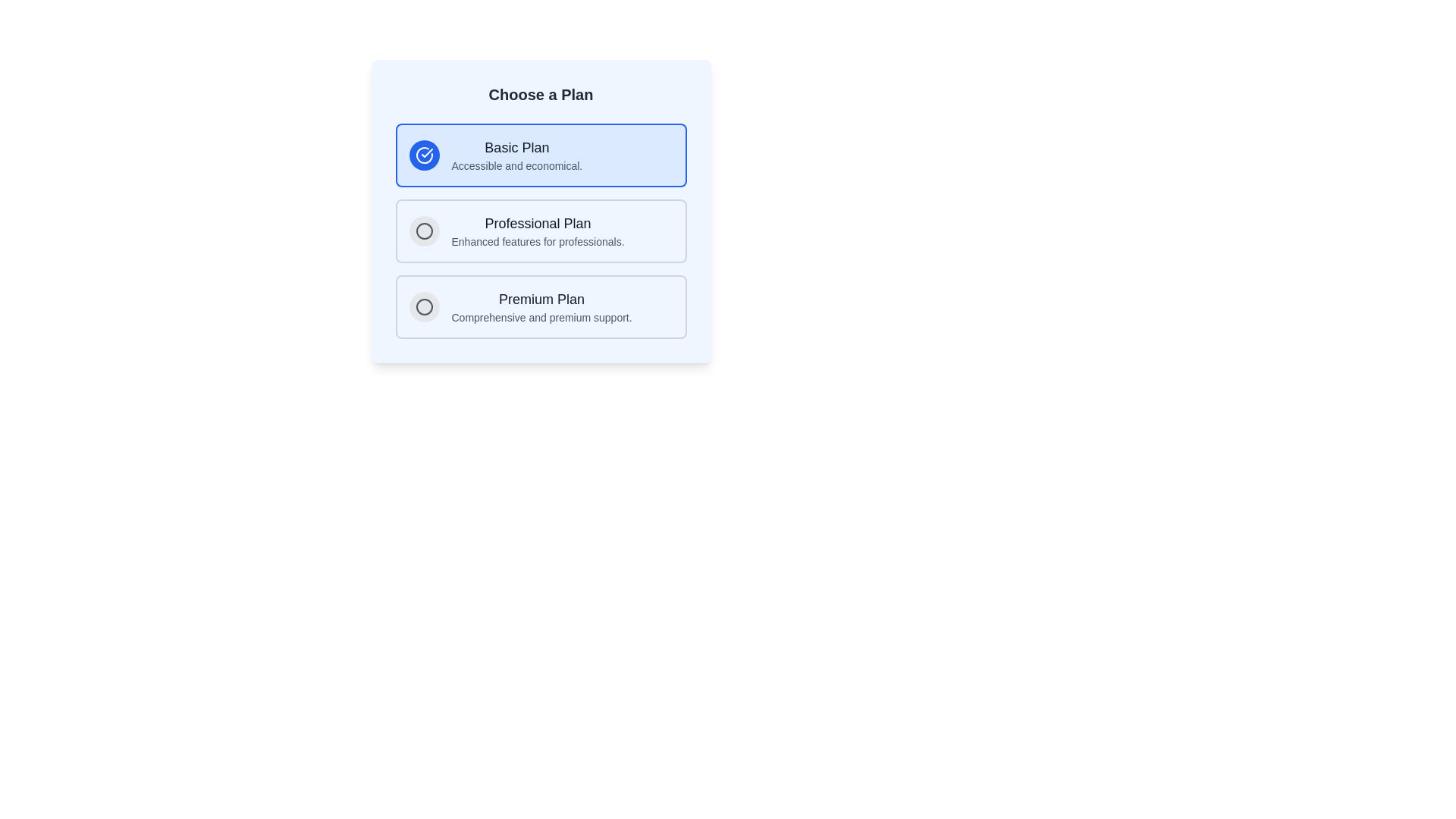 The height and width of the screenshot is (819, 1456). Describe the element at coordinates (516, 166) in the screenshot. I see `the text label that reads 'Accessible and economical.', which is located below the 'Basic Plan' header in the first plan card` at that location.